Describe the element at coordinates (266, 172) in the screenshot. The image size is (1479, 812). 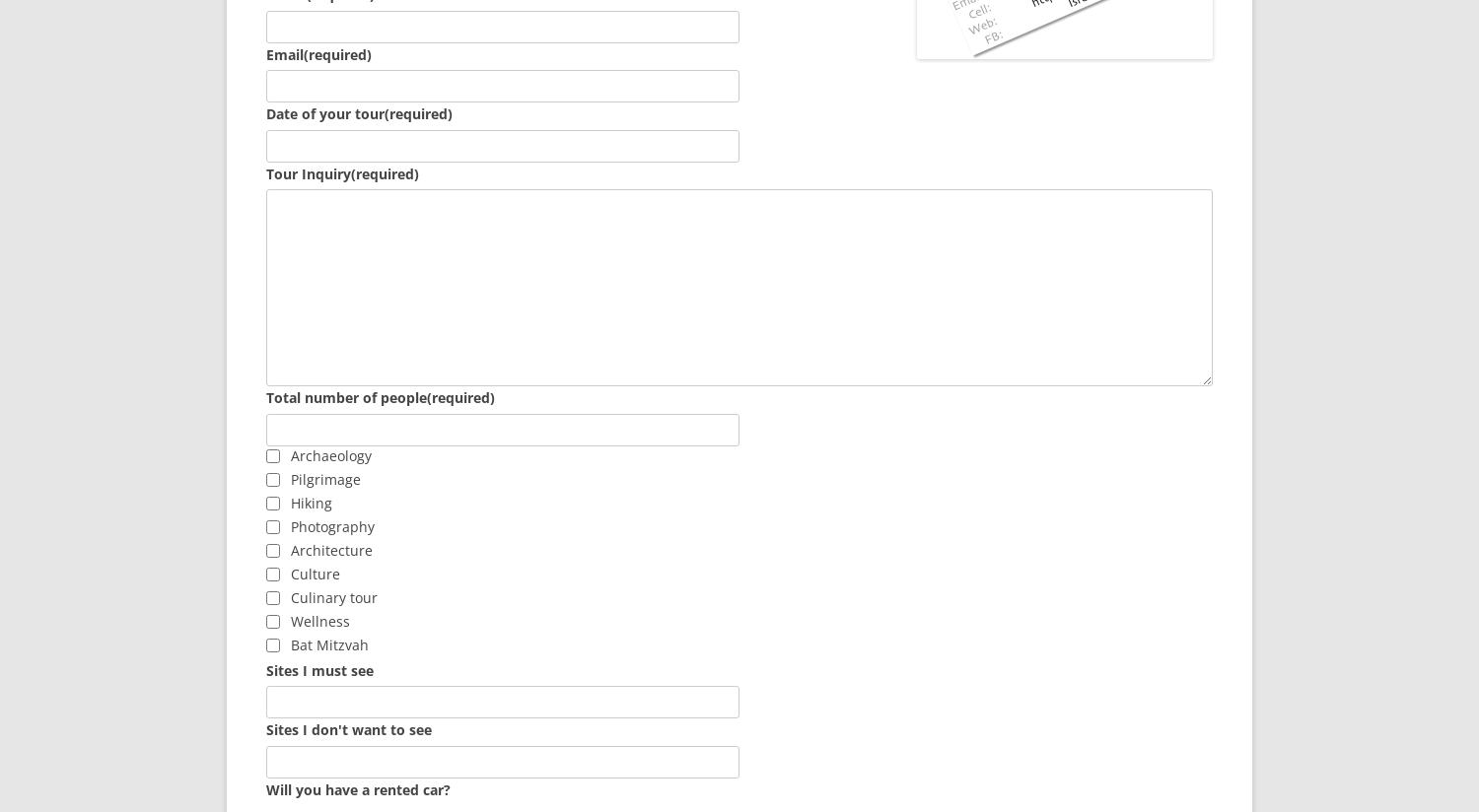
I see `'Tour Inquiry'` at that location.